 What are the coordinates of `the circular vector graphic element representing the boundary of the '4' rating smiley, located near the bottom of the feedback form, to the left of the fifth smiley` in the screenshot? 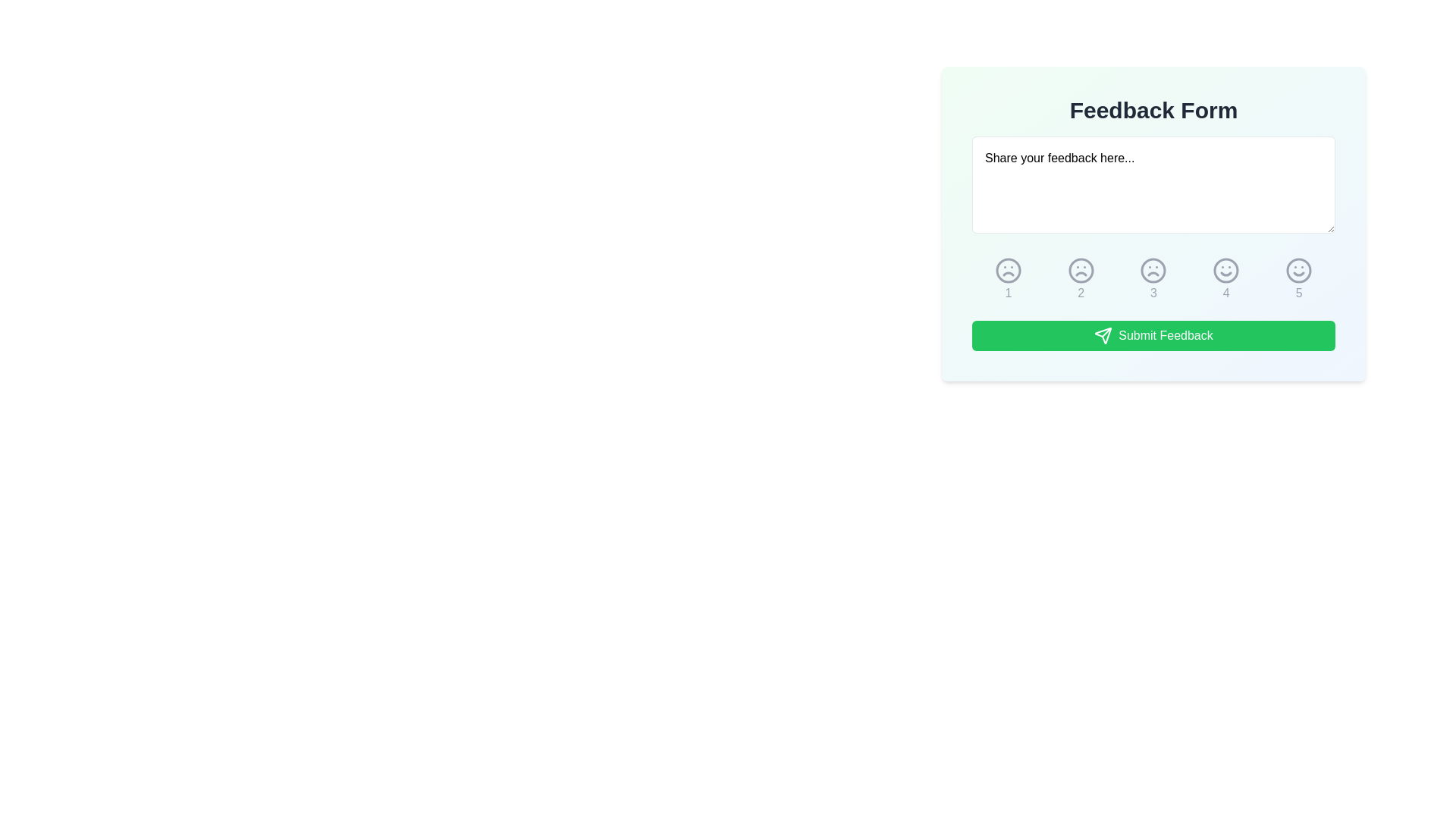 It's located at (1226, 270).